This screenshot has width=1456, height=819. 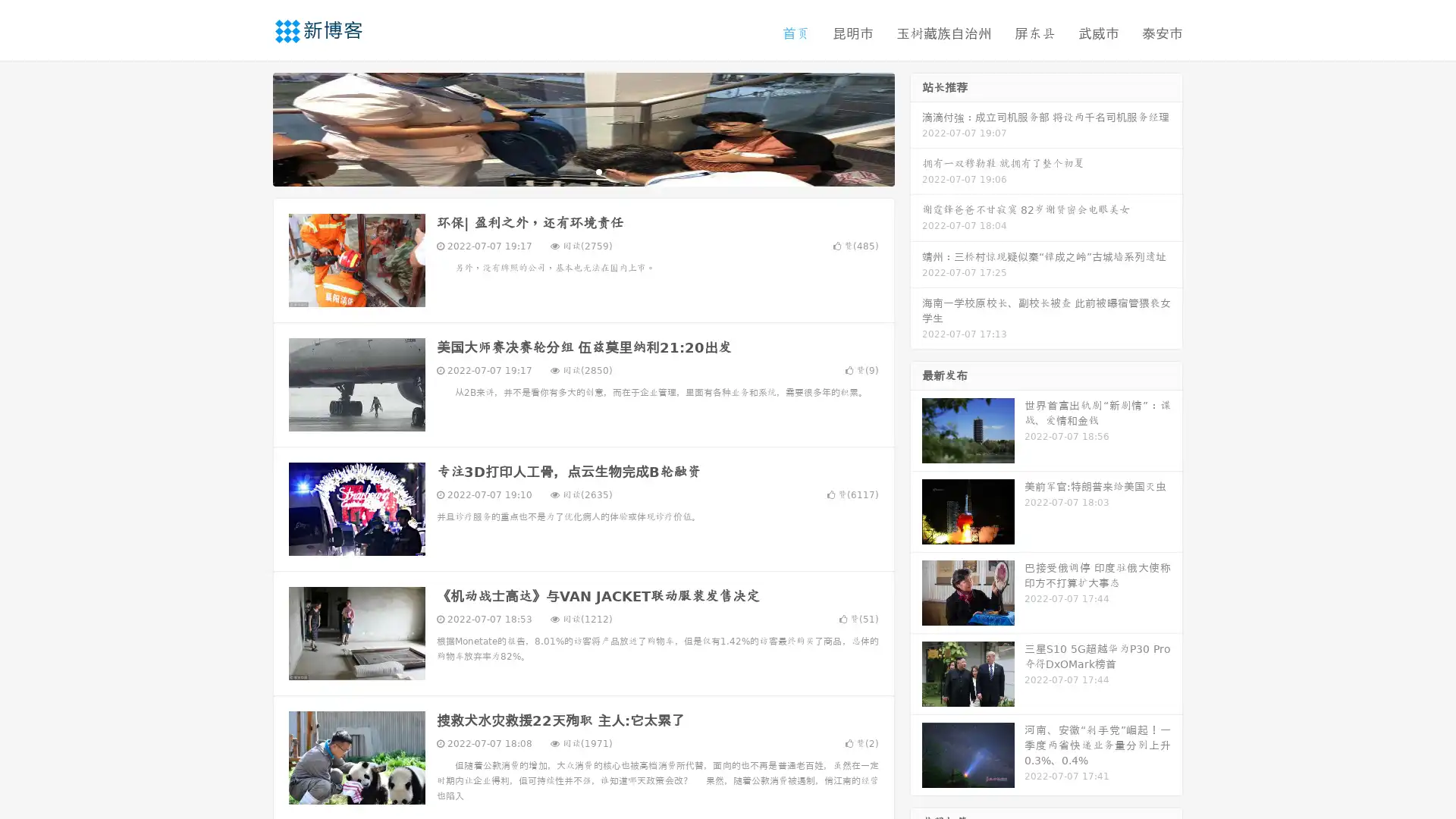 I want to click on Previous slide, so click(x=250, y=127).